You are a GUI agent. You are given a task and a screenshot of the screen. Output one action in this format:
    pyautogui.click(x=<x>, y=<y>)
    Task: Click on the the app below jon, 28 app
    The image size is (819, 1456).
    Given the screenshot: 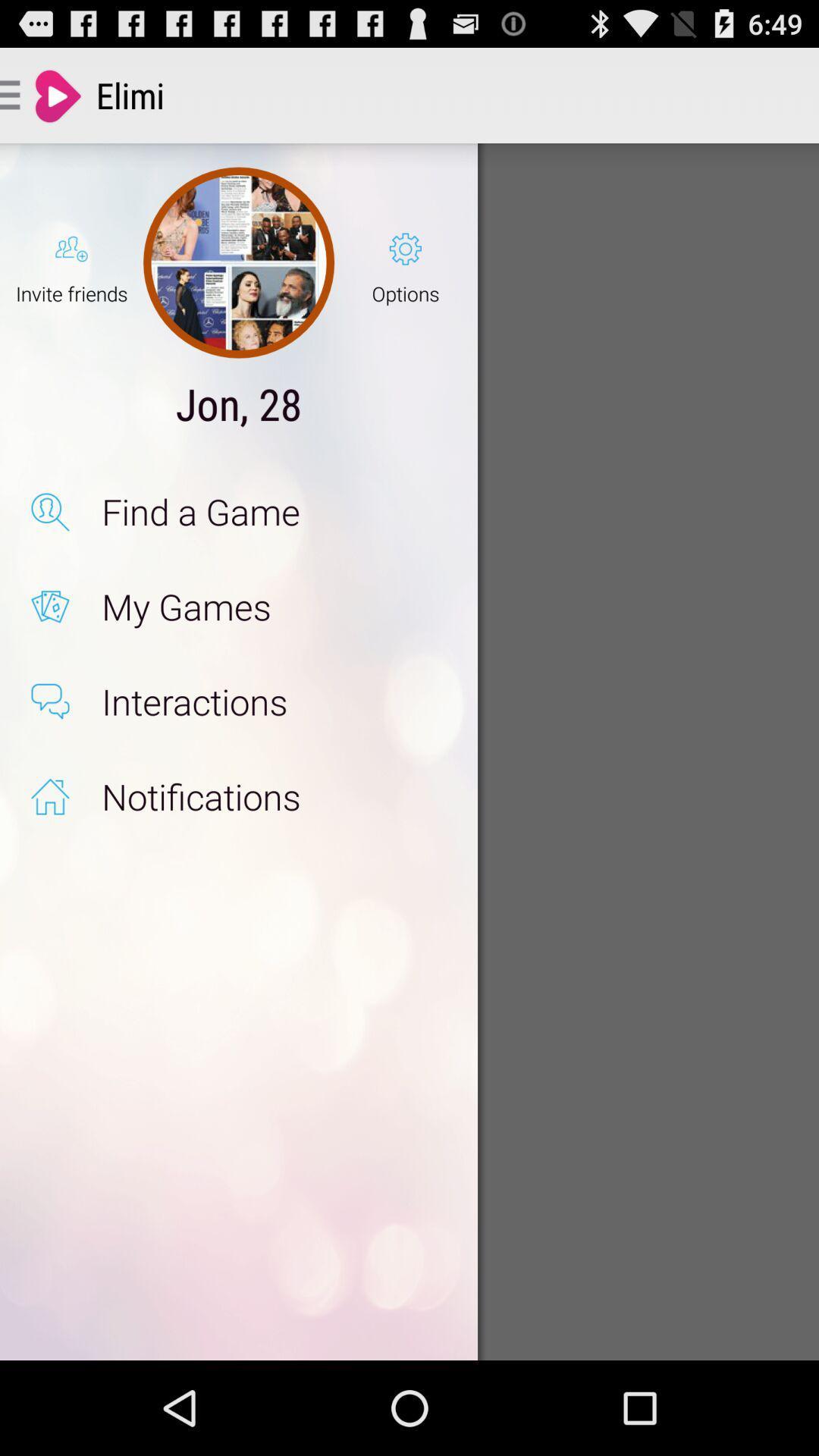 What is the action you would take?
    pyautogui.click(x=274, y=512)
    